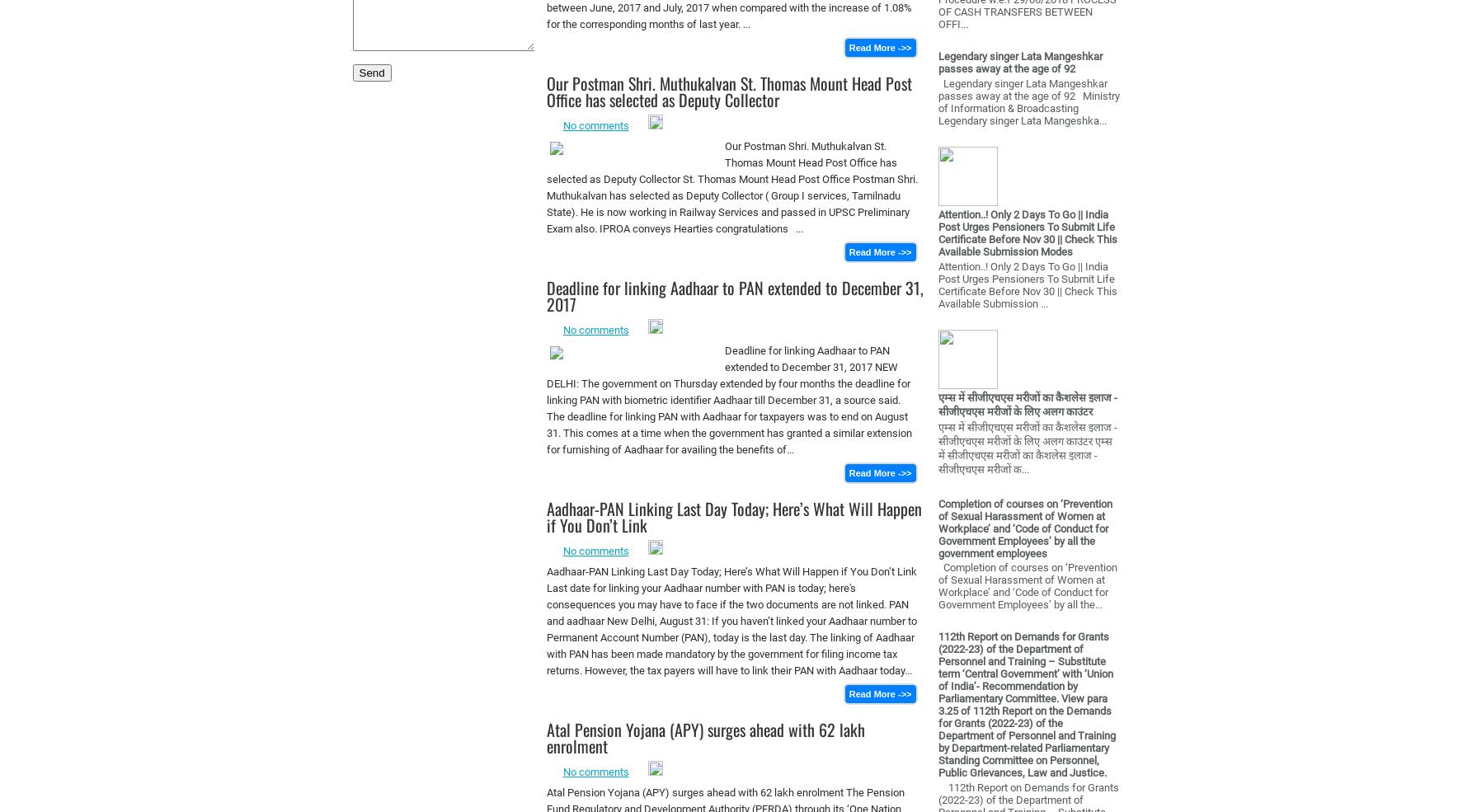 This screenshot has width=1472, height=812. I want to click on 'Aadhaar-PAN Linking Last Day Today; Here’s What Will Happen if You Don’t Link', so click(733, 515).